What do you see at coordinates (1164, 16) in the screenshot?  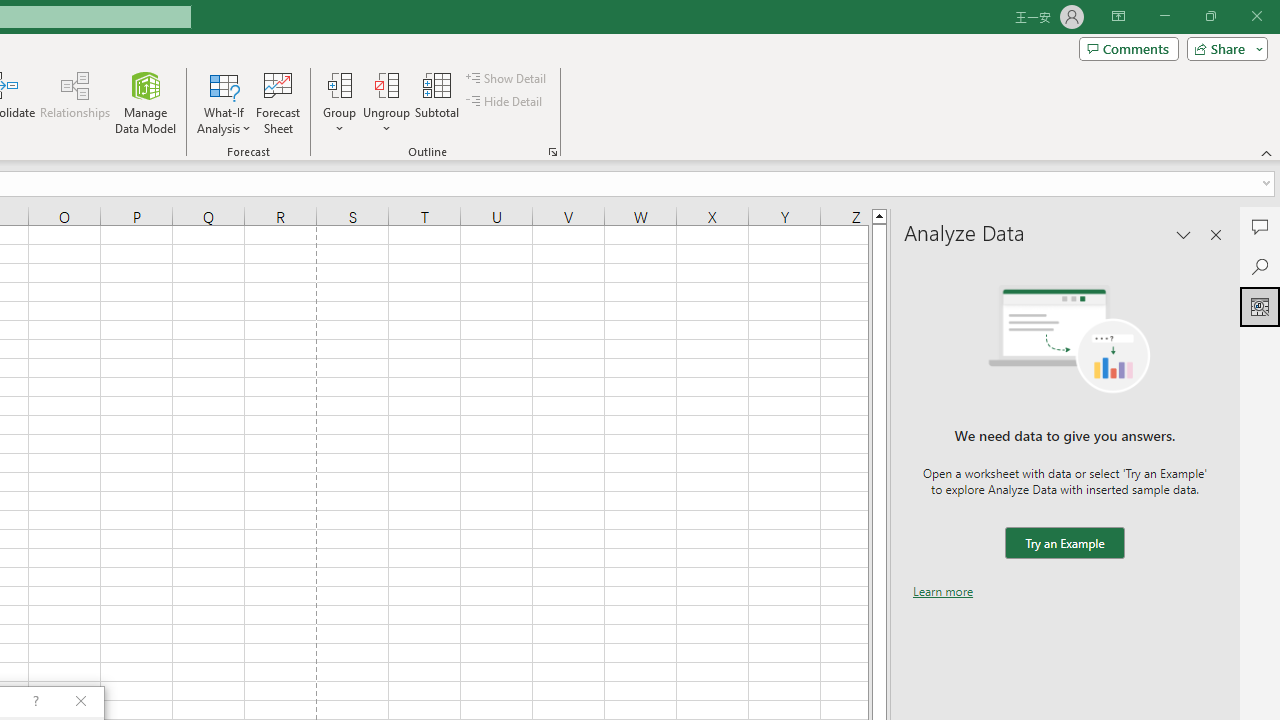 I see `'Minimize'` at bounding box center [1164, 16].